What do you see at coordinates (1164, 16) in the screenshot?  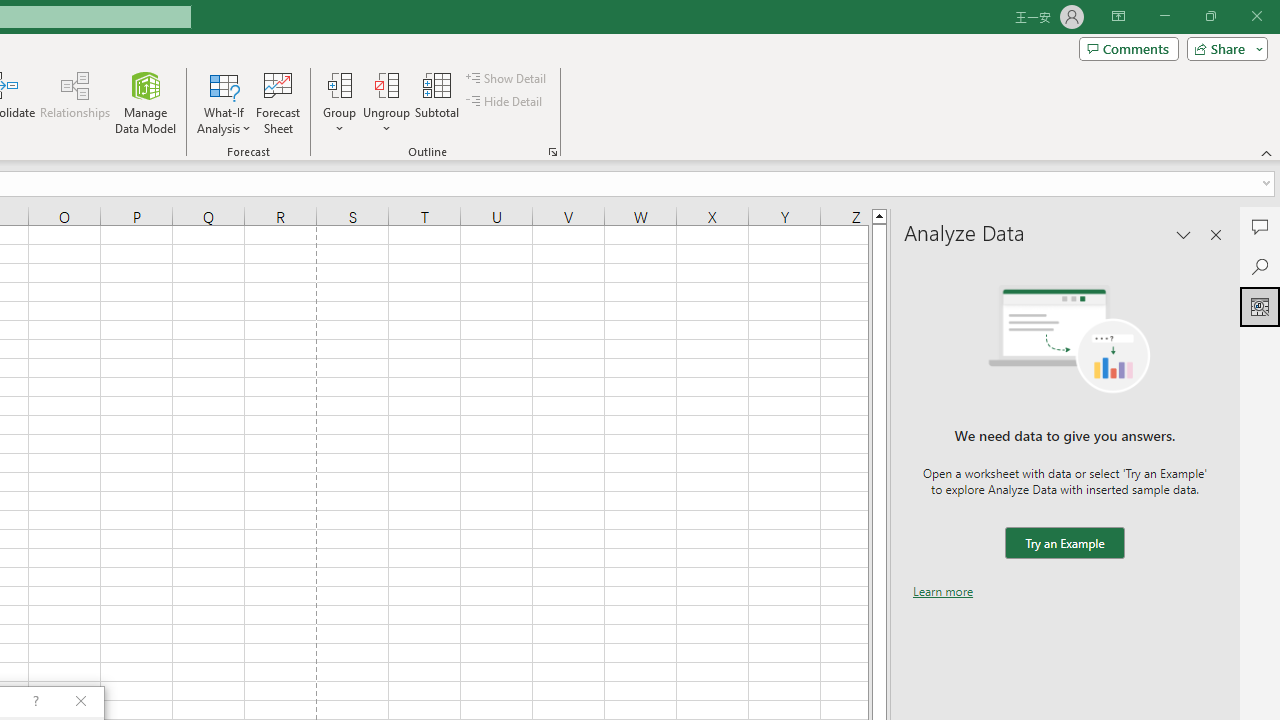 I see `'Minimize'` at bounding box center [1164, 16].